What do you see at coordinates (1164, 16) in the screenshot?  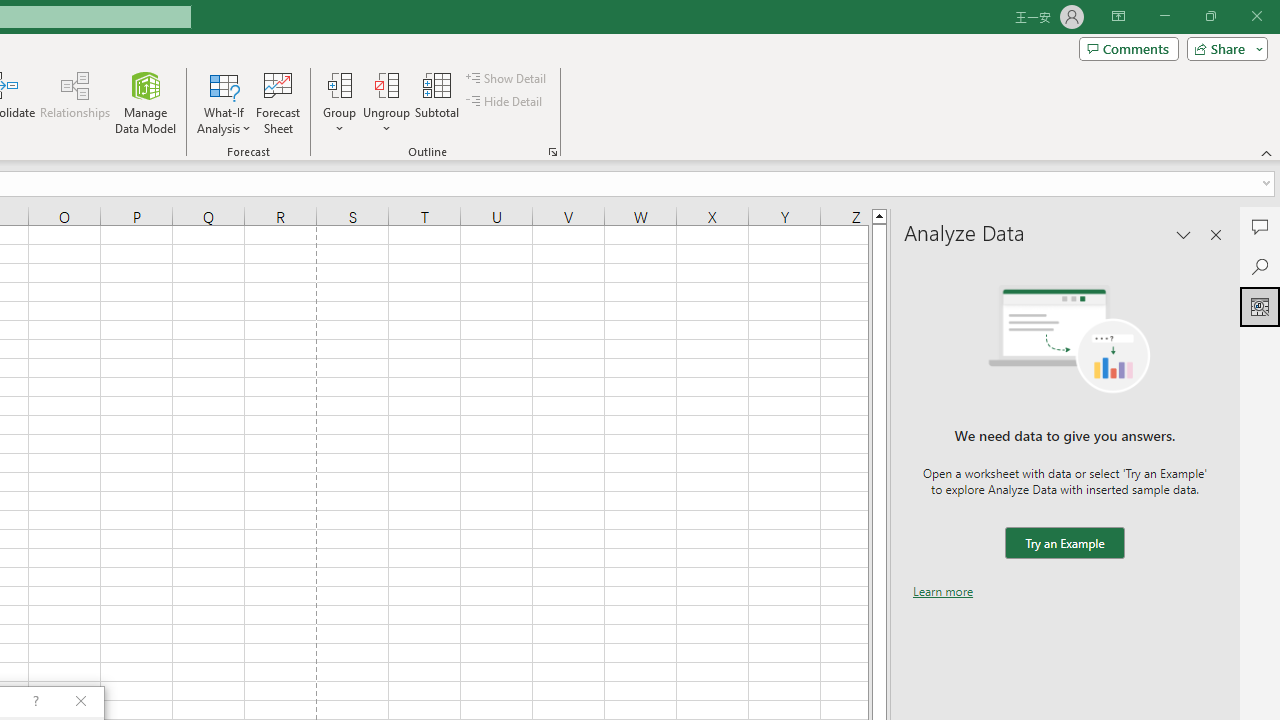 I see `'Minimize'` at bounding box center [1164, 16].